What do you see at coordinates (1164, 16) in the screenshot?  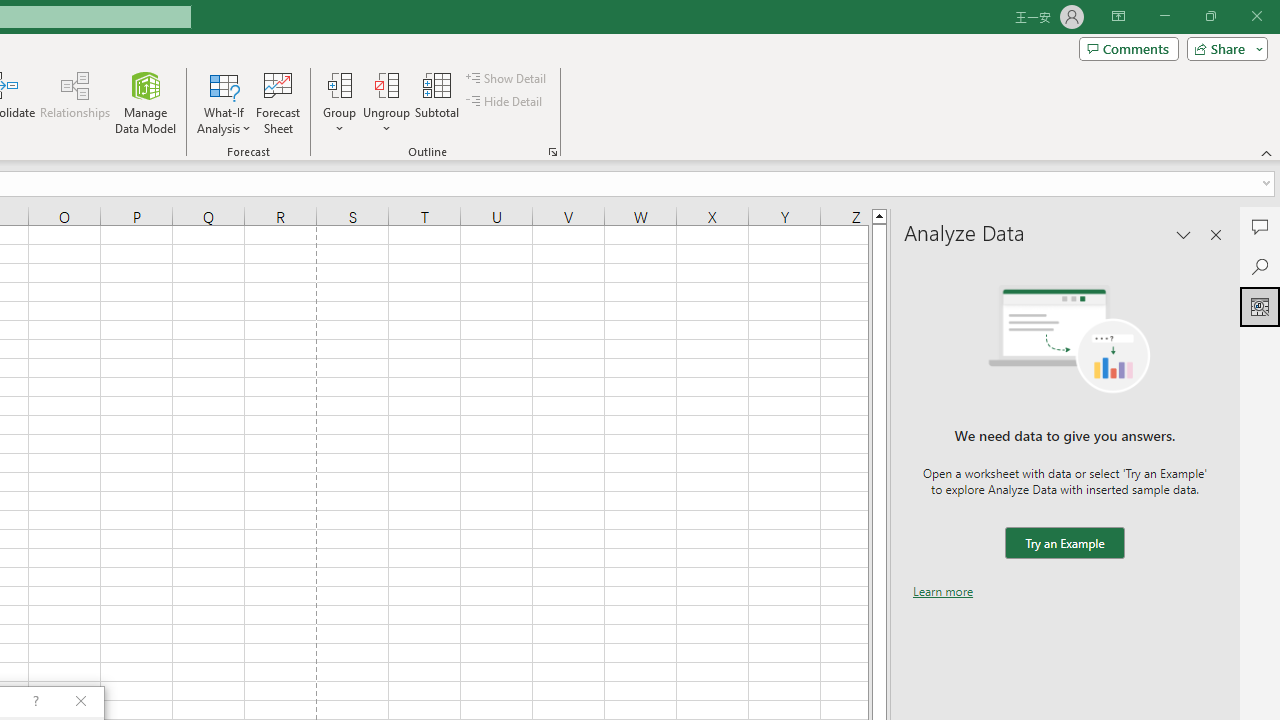 I see `'Minimize'` at bounding box center [1164, 16].